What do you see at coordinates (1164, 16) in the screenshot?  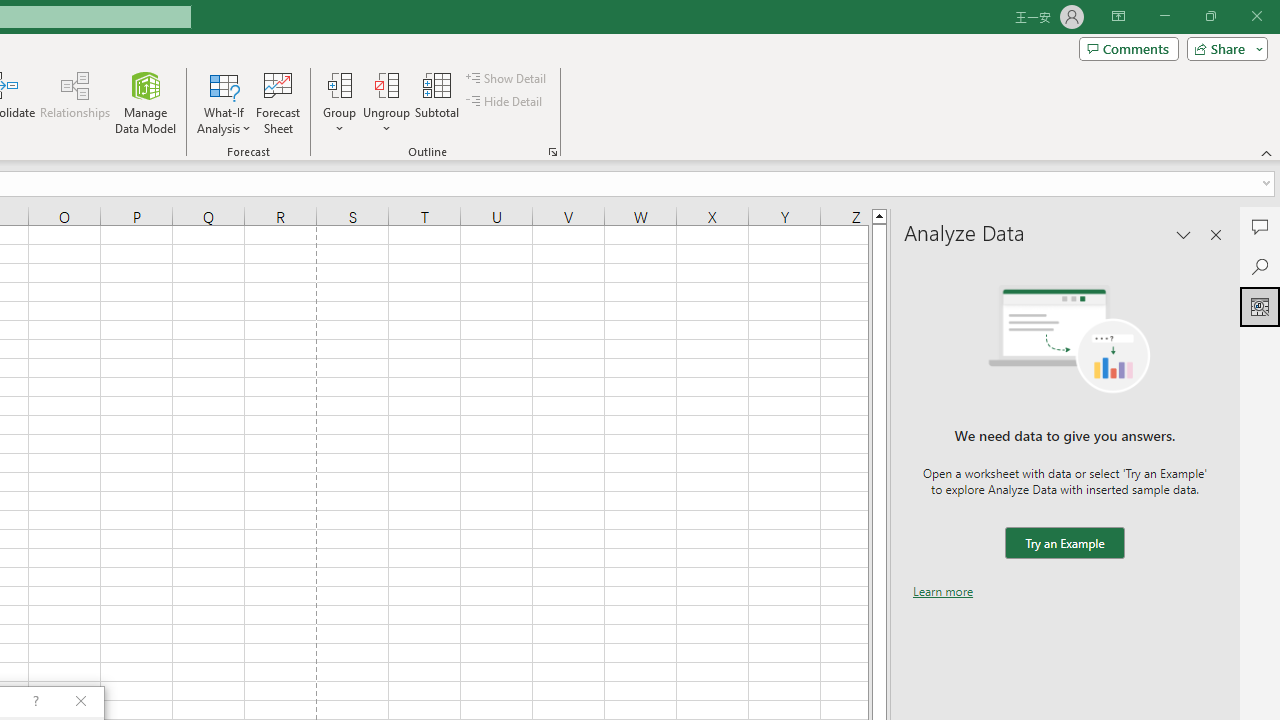 I see `'Minimize'` at bounding box center [1164, 16].